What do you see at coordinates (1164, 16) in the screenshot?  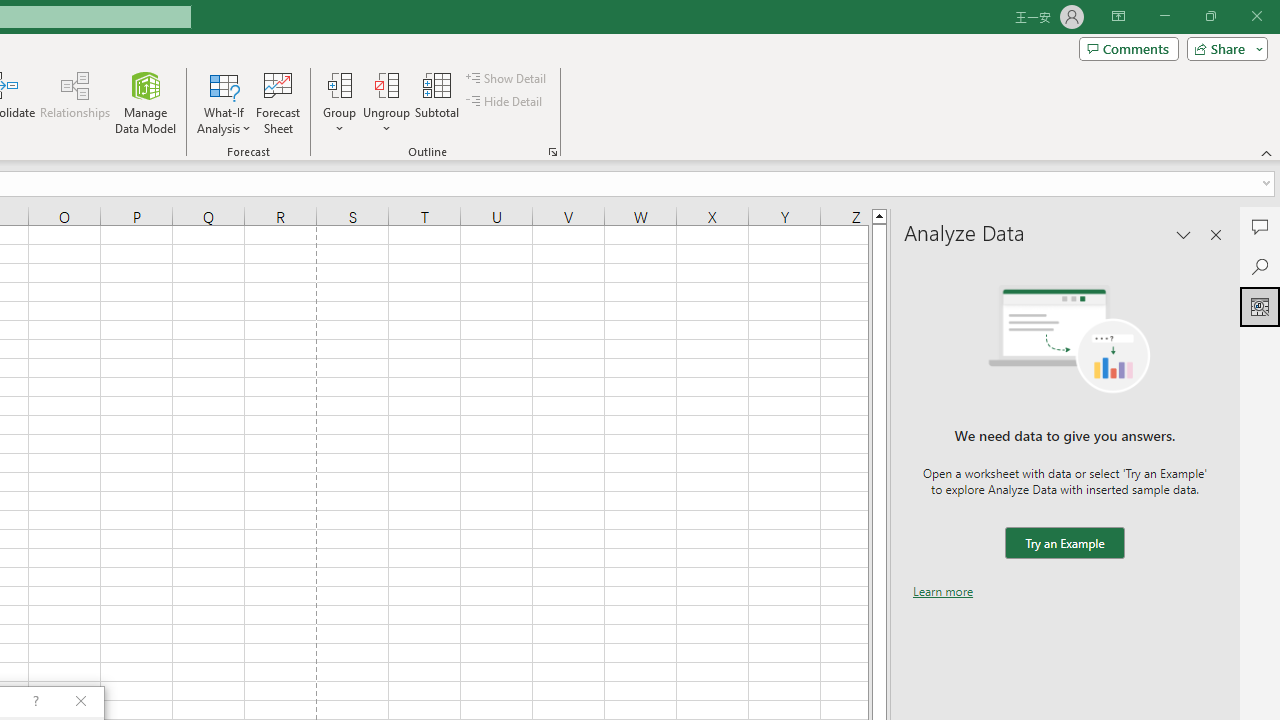 I see `'Minimize'` at bounding box center [1164, 16].